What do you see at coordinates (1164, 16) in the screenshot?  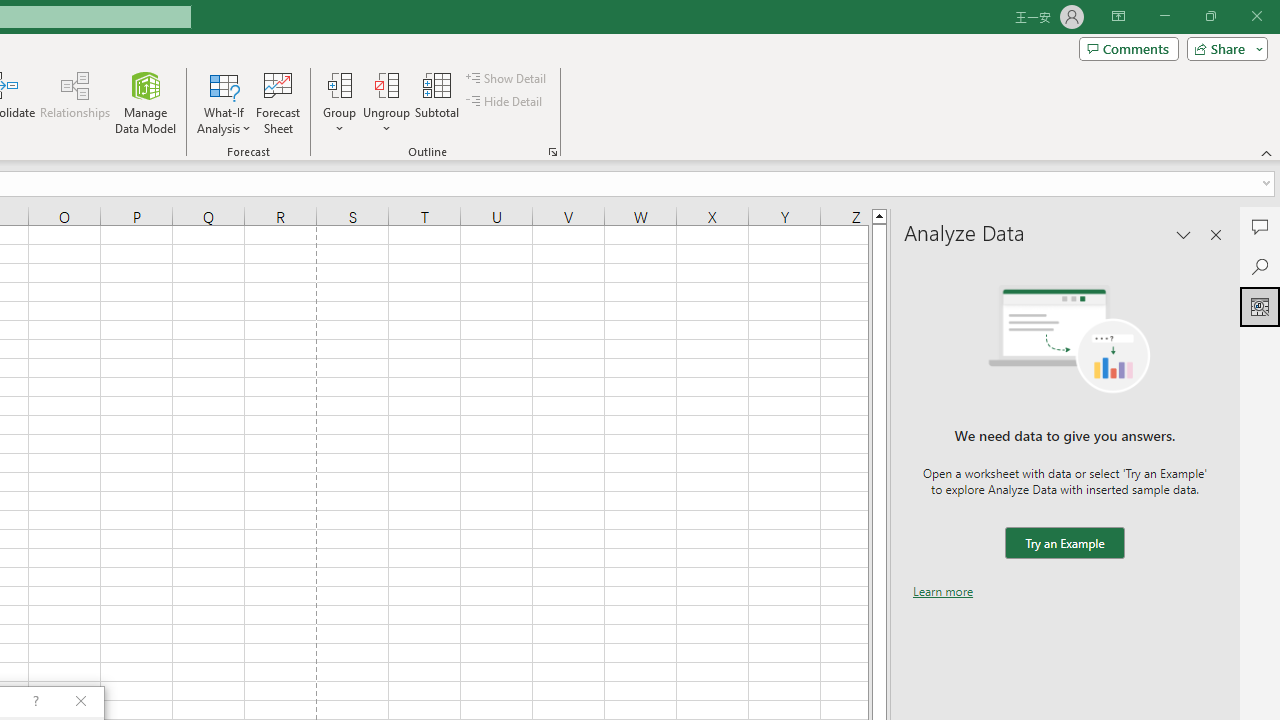 I see `'Minimize'` at bounding box center [1164, 16].